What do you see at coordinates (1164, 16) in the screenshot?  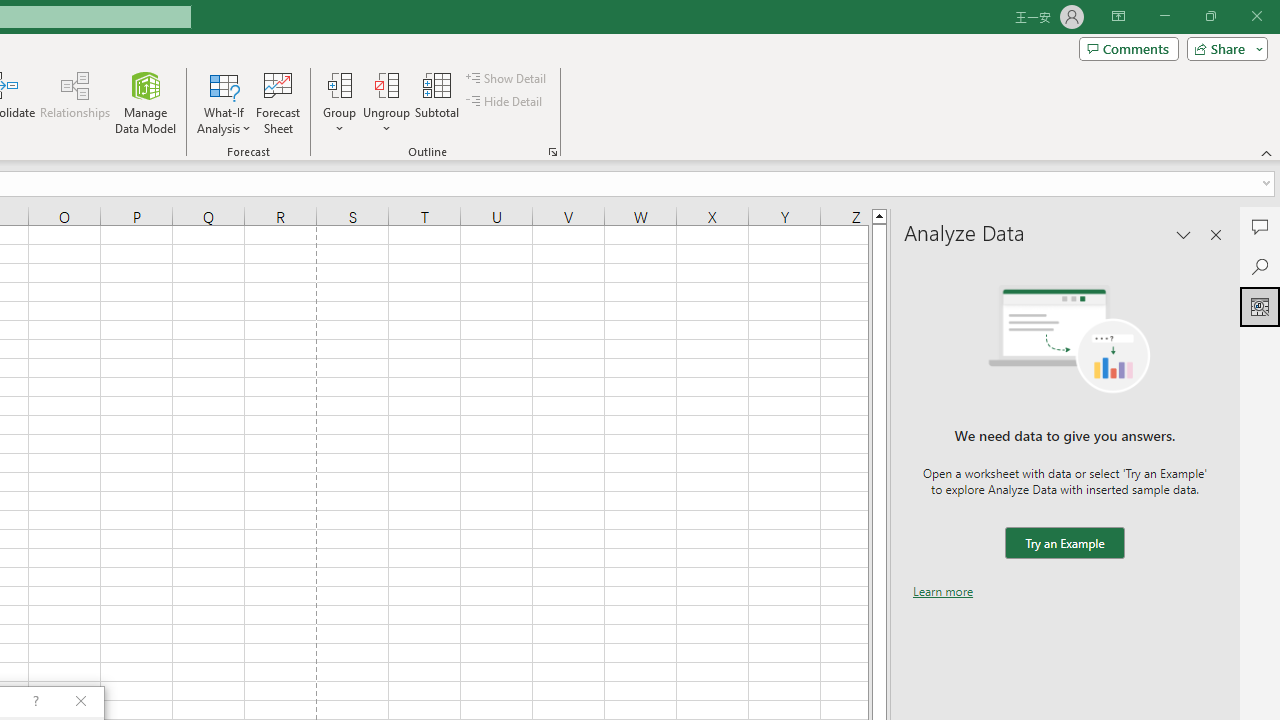 I see `'Minimize'` at bounding box center [1164, 16].